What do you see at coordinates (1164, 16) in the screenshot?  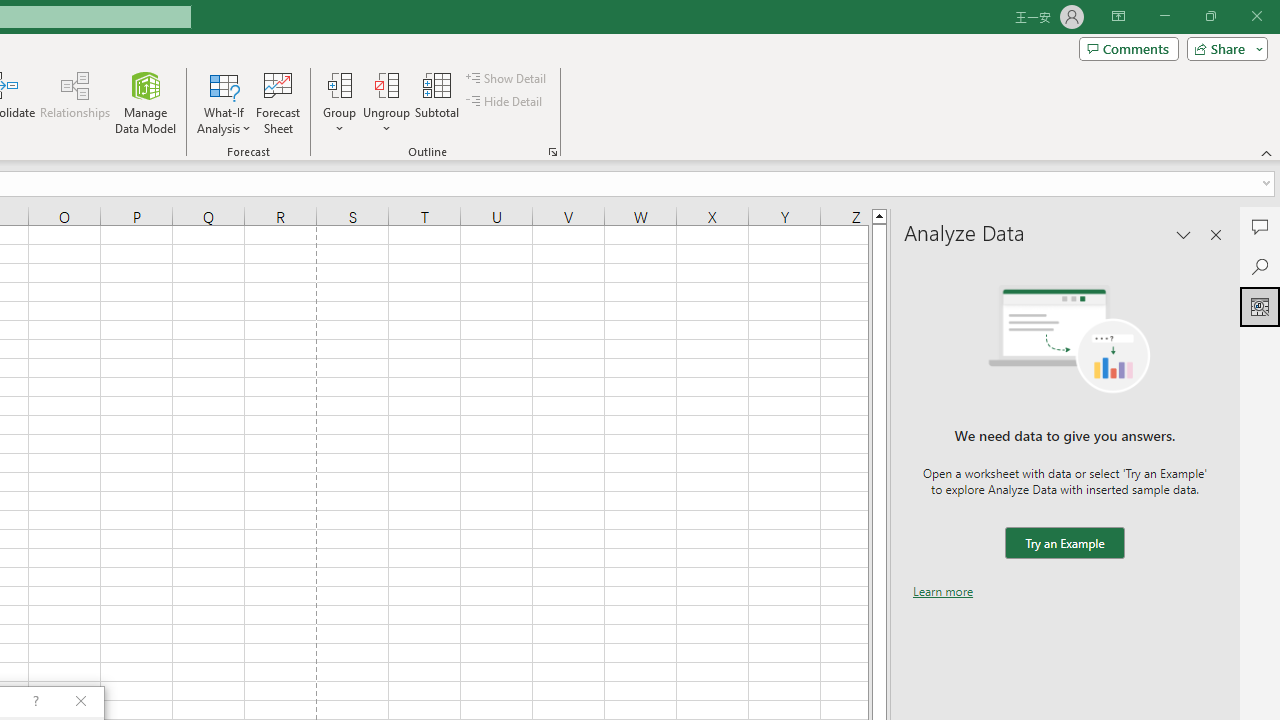 I see `'Minimize'` at bounding box center [1164, 16].